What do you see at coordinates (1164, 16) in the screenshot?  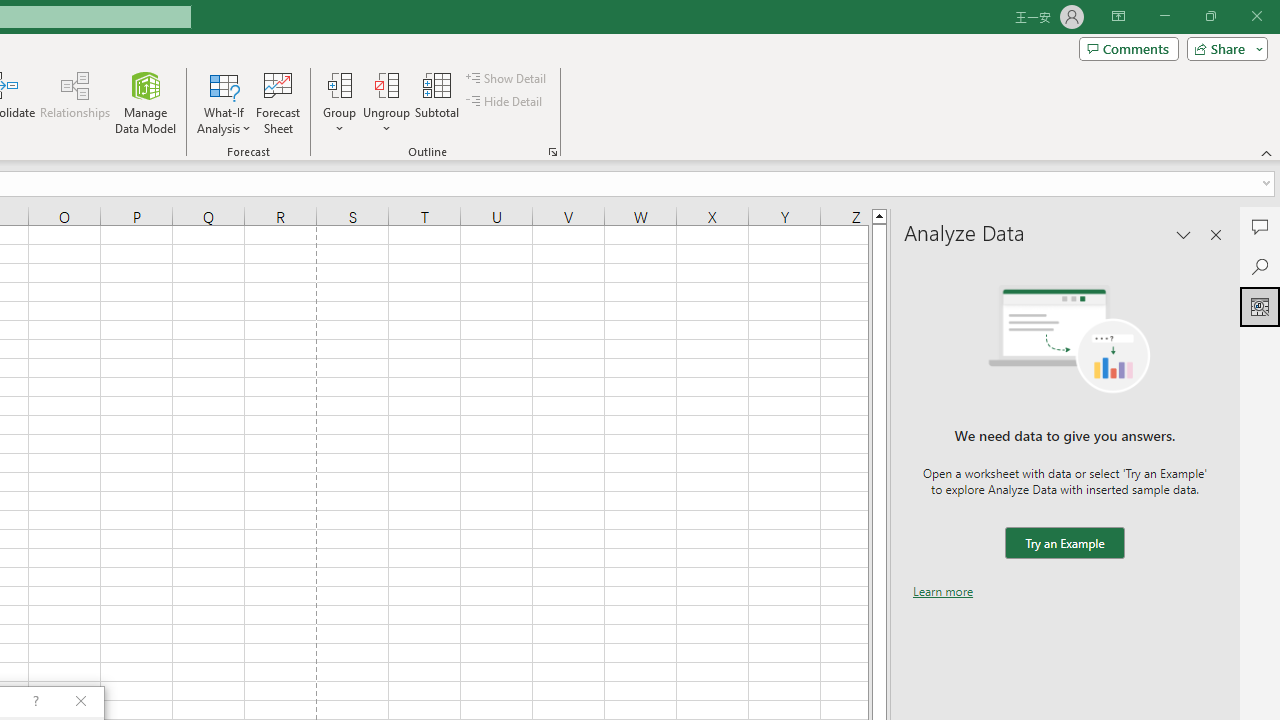 I see `'Minimize'` at bounding box center [1164, 16].